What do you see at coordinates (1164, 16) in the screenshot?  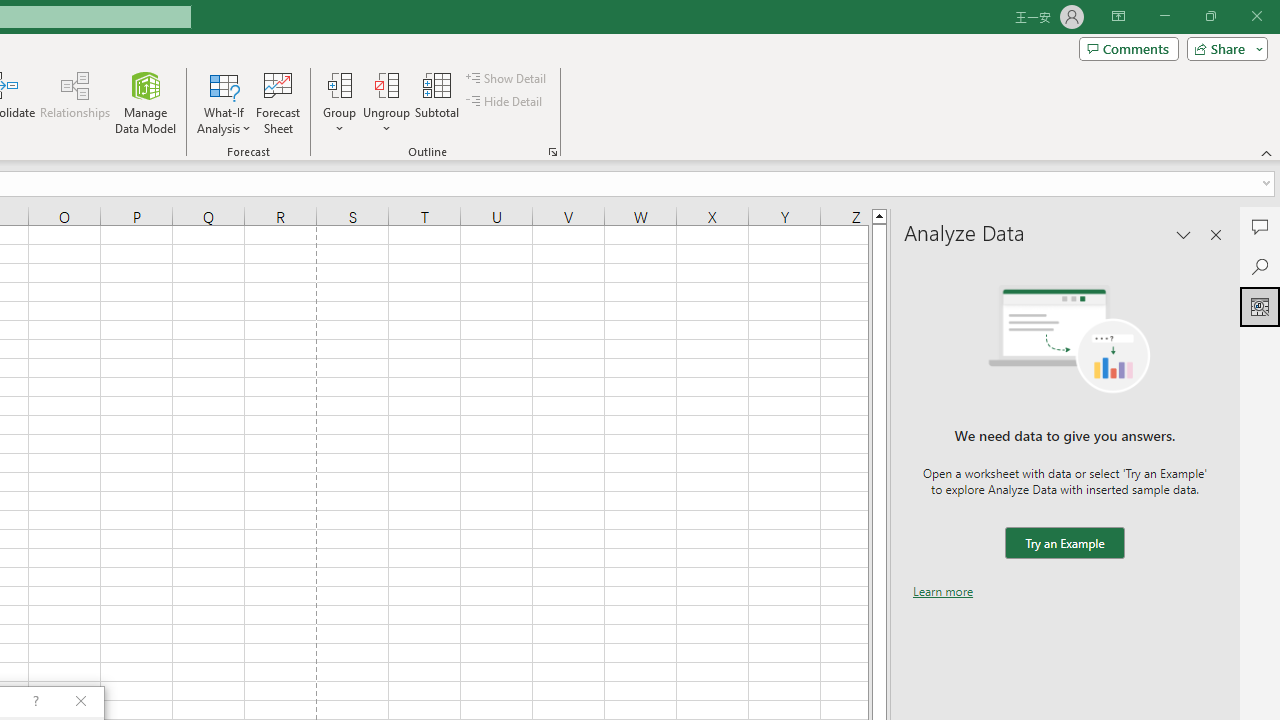 I see `'Minimize'` at bounding box center [1164, 16].